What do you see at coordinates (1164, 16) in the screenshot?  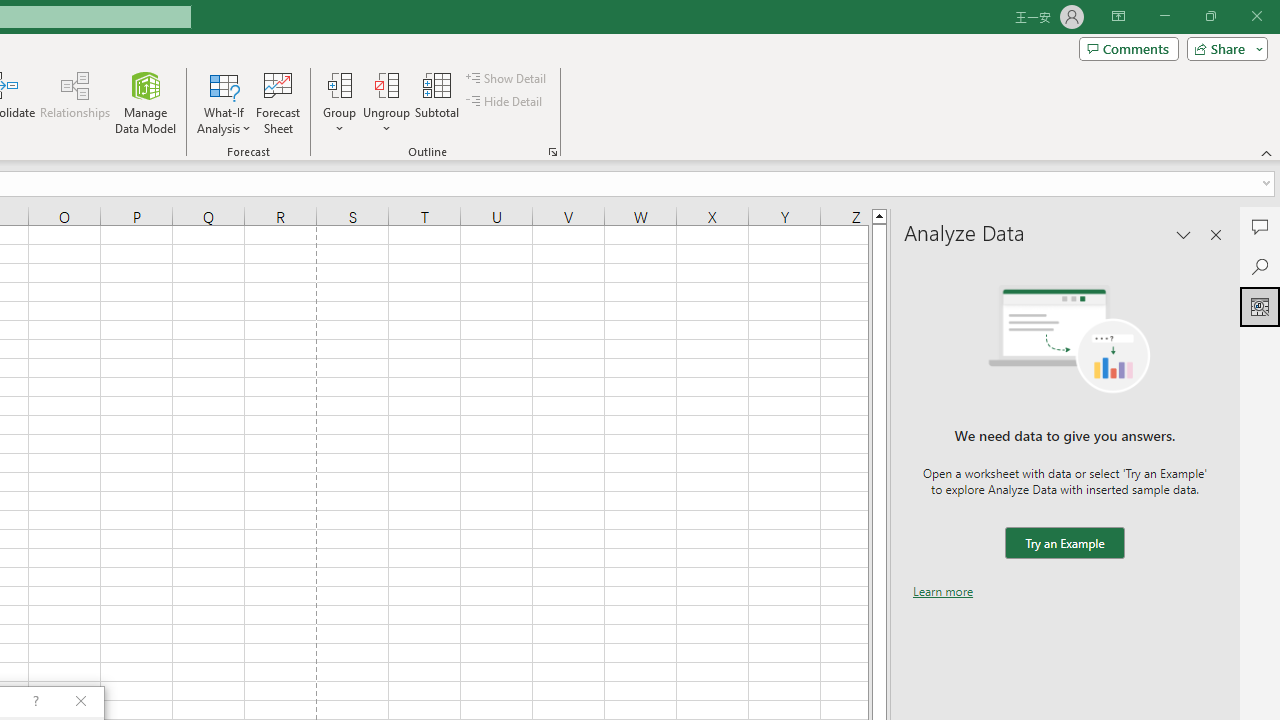 I see `'Minimize'` at bounding box center [1164, 16].